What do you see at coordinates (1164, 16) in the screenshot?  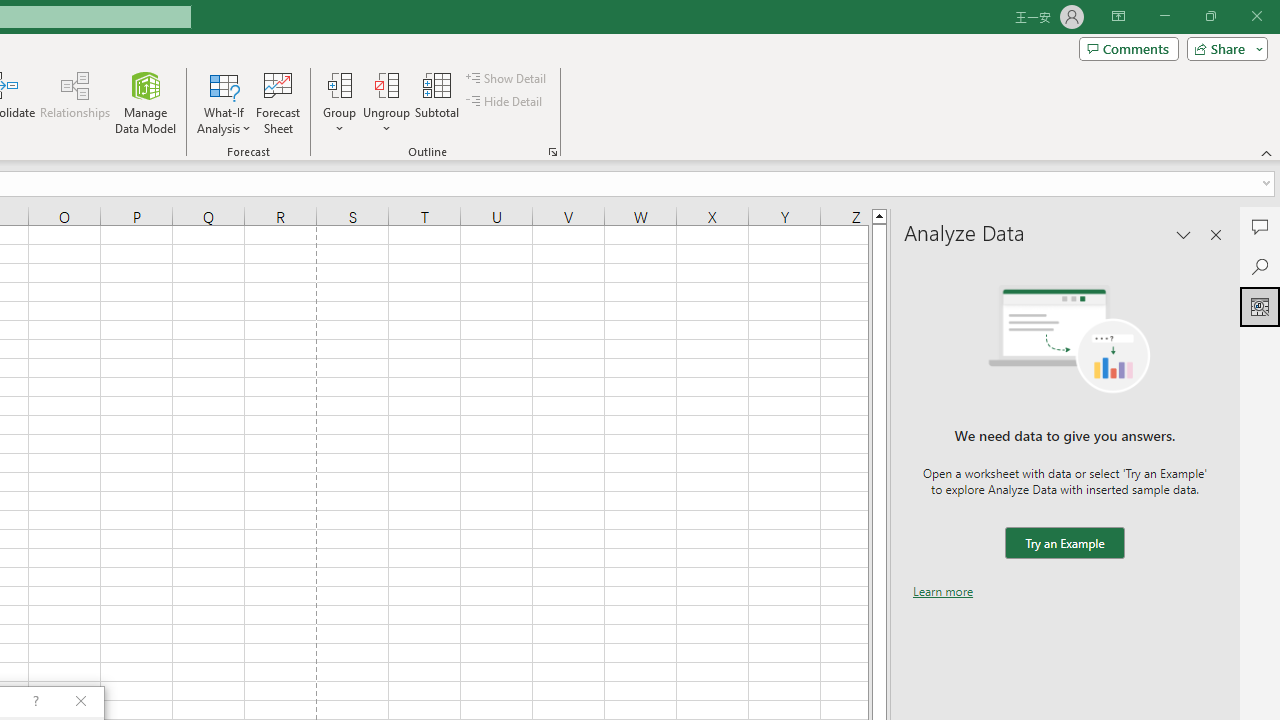 I see `'Minimize'` at bounding box center [1164, 16].